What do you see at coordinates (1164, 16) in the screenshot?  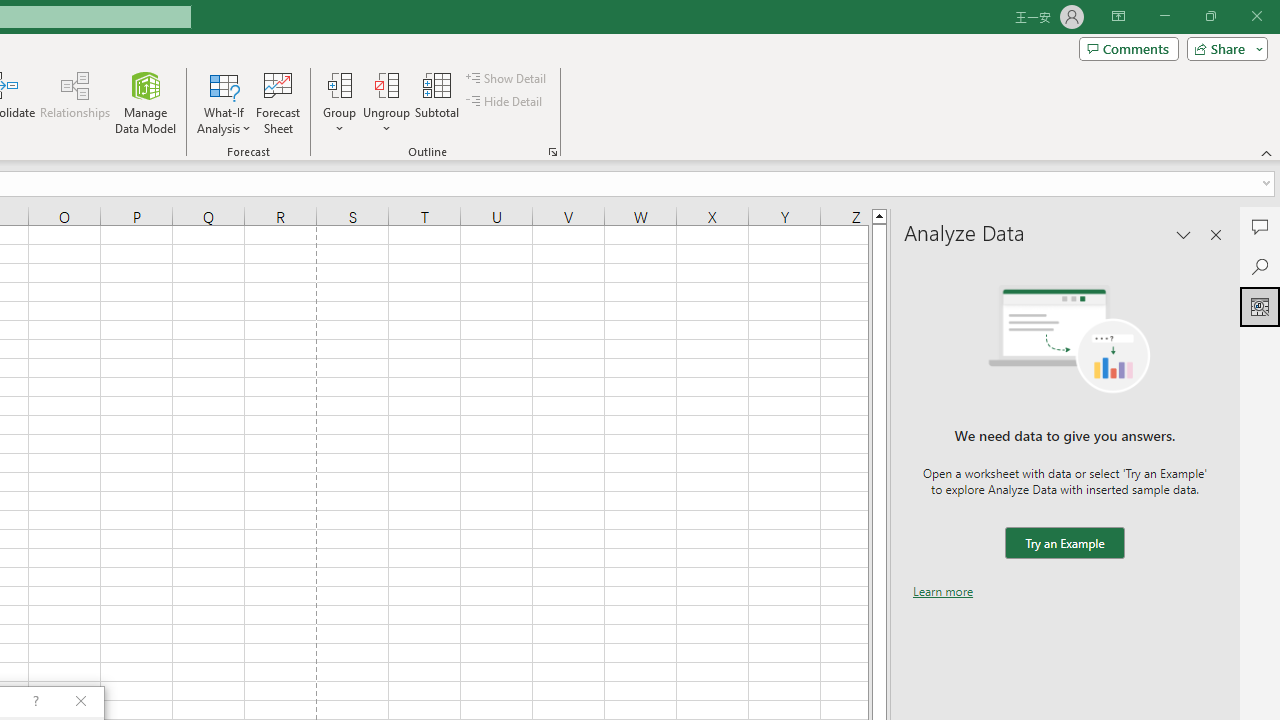 I see `'Minimize'` at bounding box center [1164, 16].